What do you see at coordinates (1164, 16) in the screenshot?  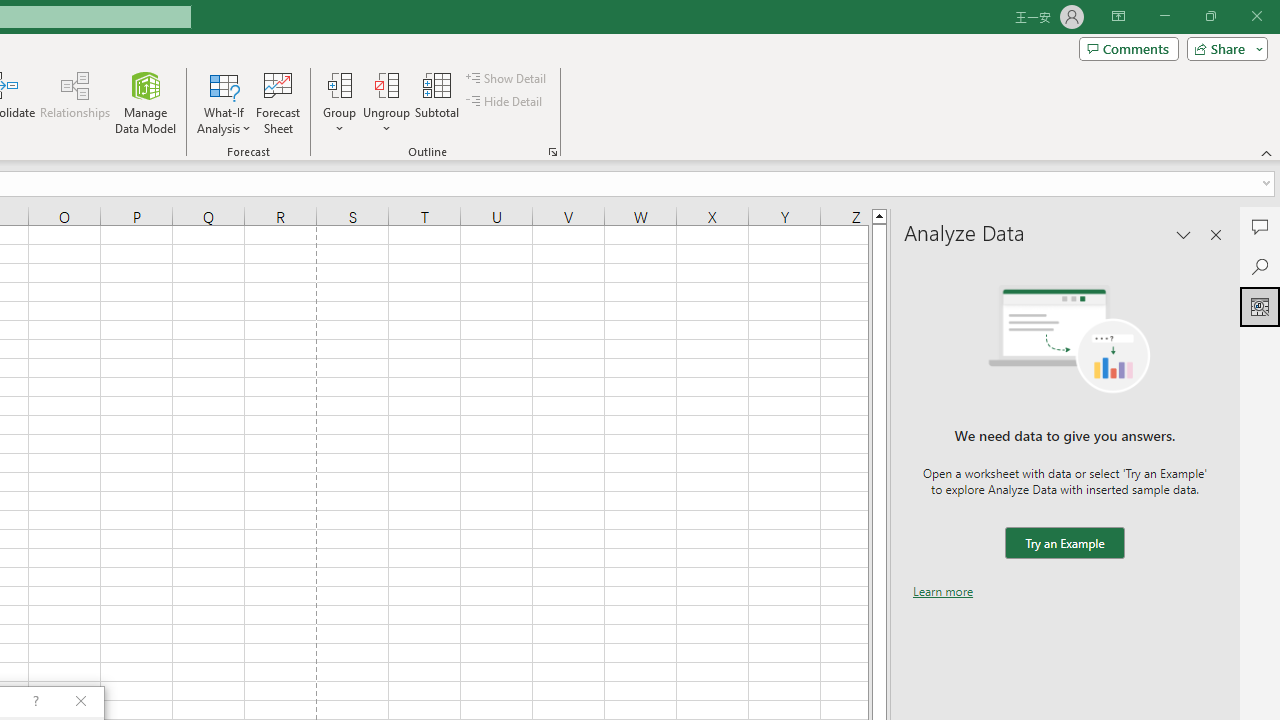 I see `'Minimize'` at bounding box center [1164, 16].